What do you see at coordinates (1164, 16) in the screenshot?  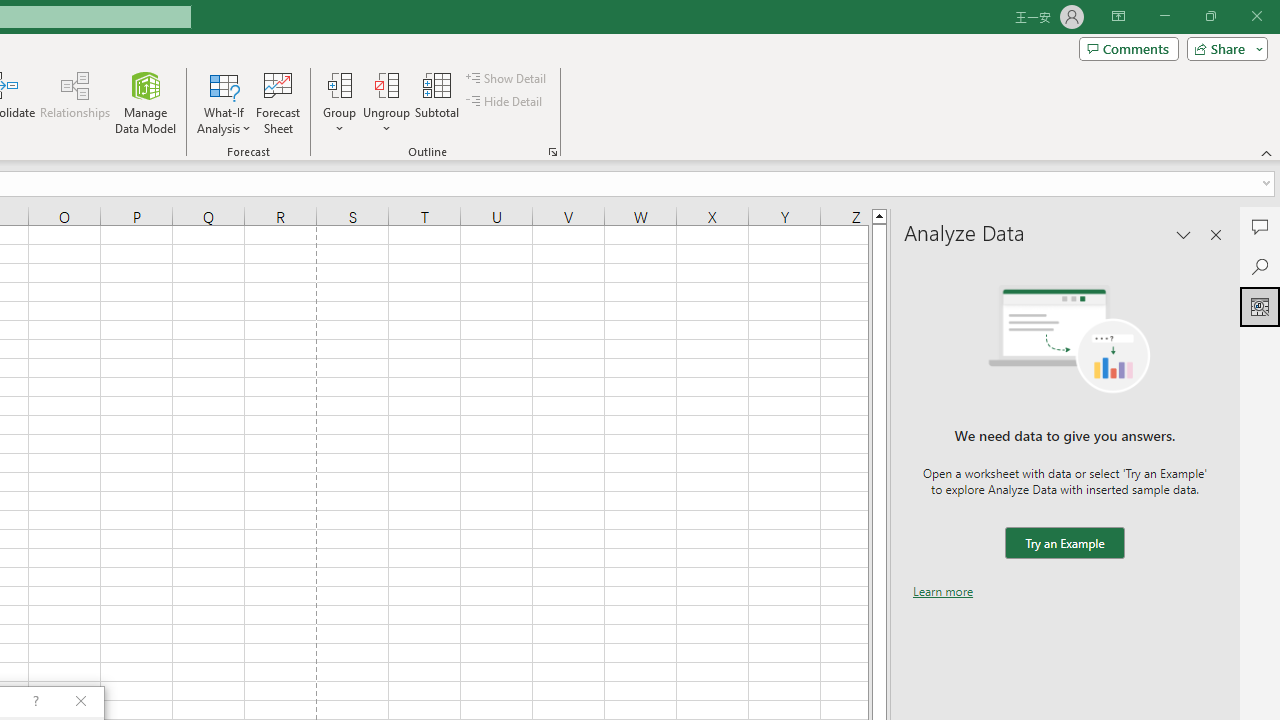 I see `'Minimize'` at bounding box center [1164, 16].